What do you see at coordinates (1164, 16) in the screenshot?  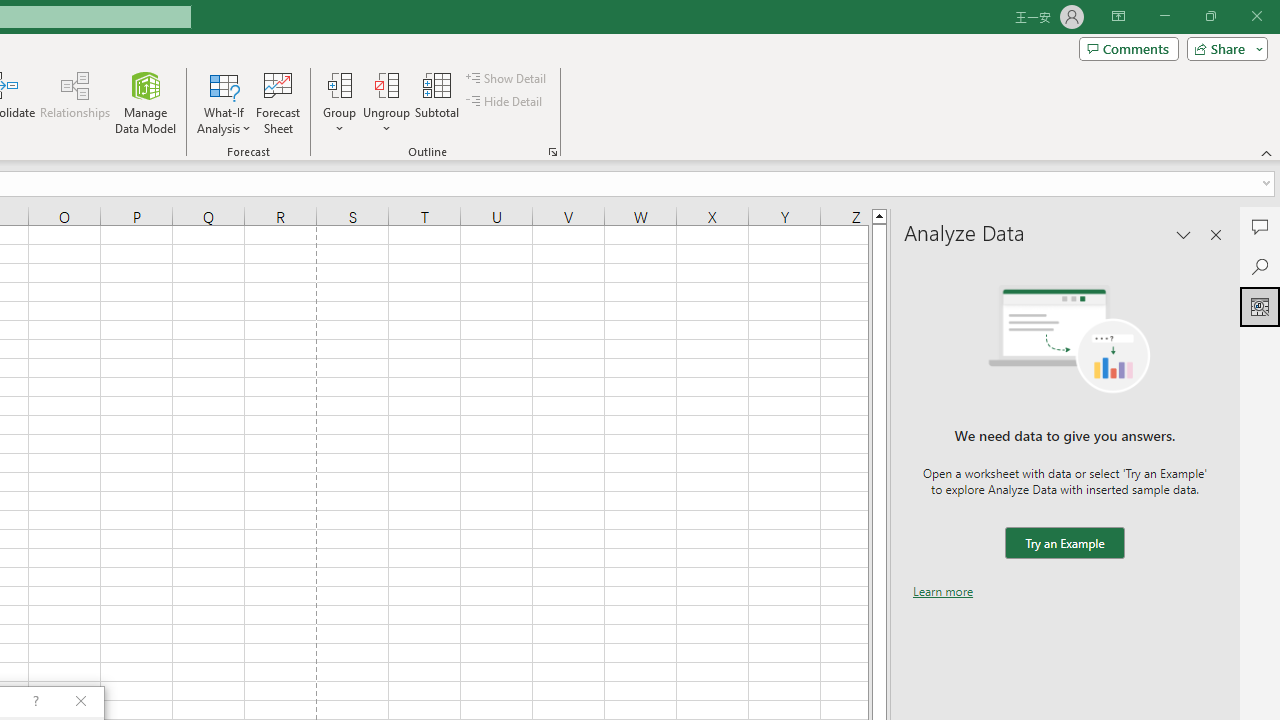 I see `'Minimize'` at bounding box center [1164, 16].